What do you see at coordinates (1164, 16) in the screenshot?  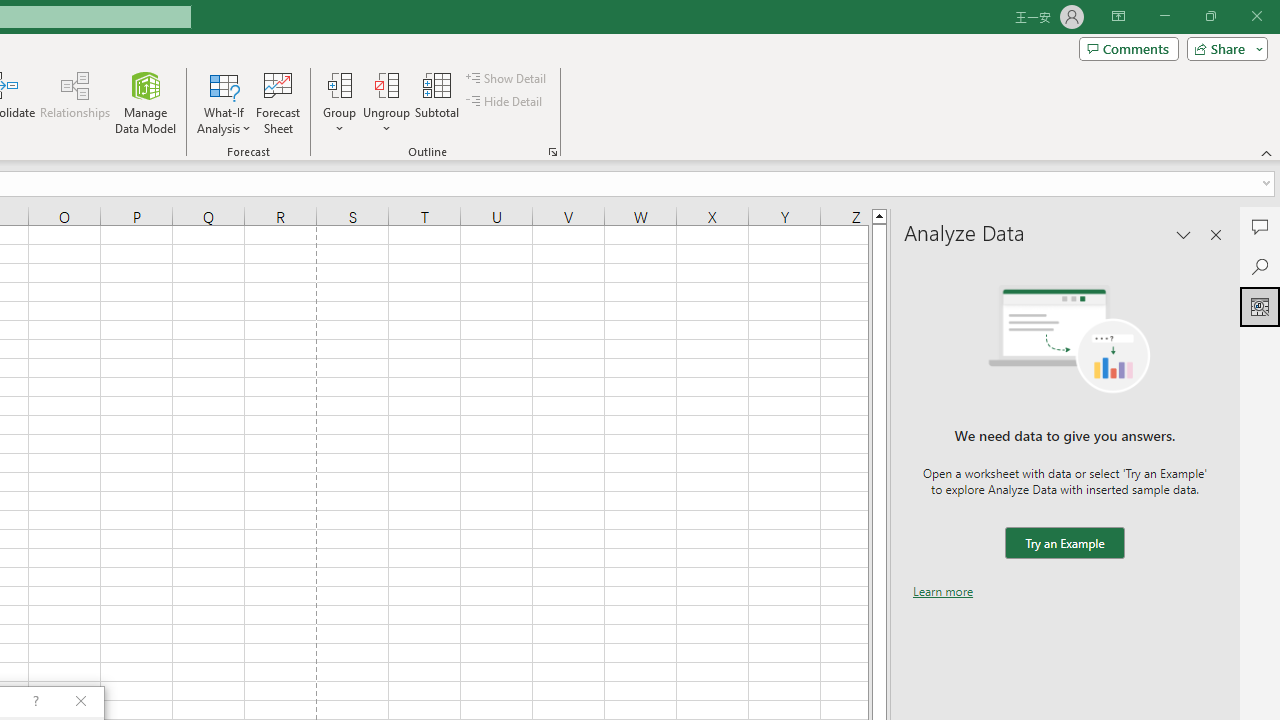 I see `'Minimize'` at bounding box center [1164, 16].